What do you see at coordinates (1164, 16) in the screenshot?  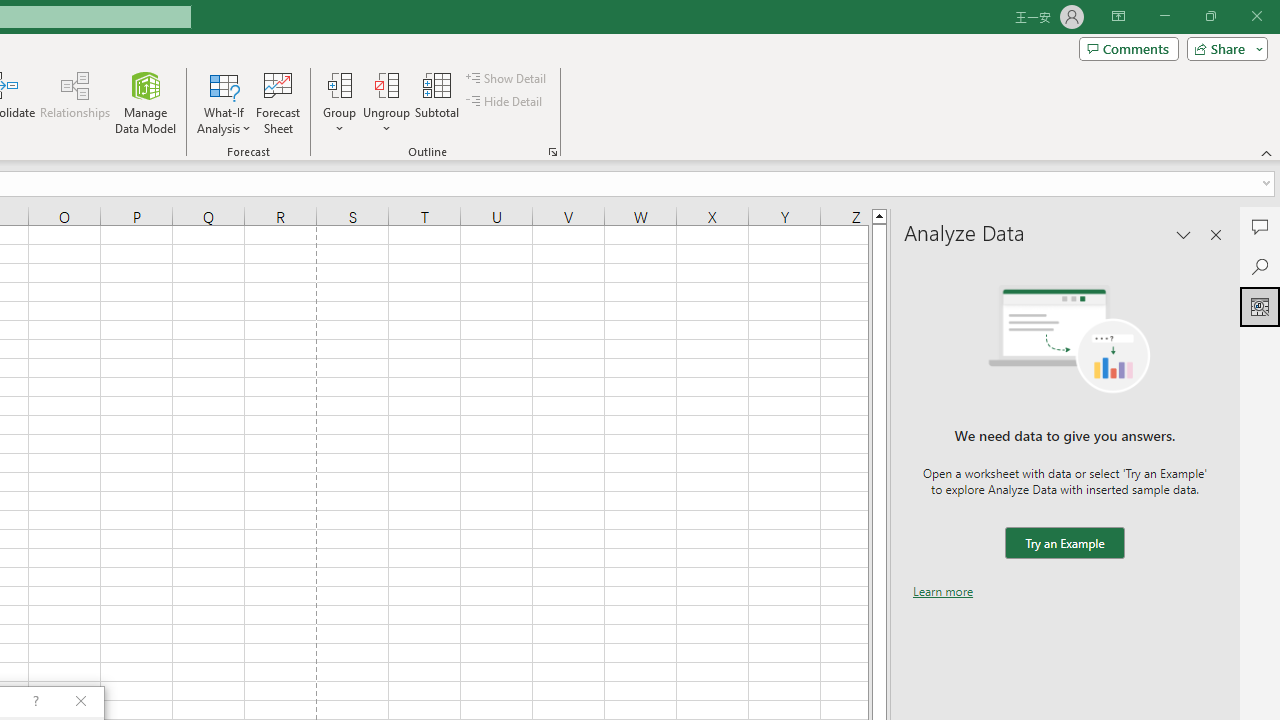 I see `'Minimize'` at bounding box center [1164, 16].